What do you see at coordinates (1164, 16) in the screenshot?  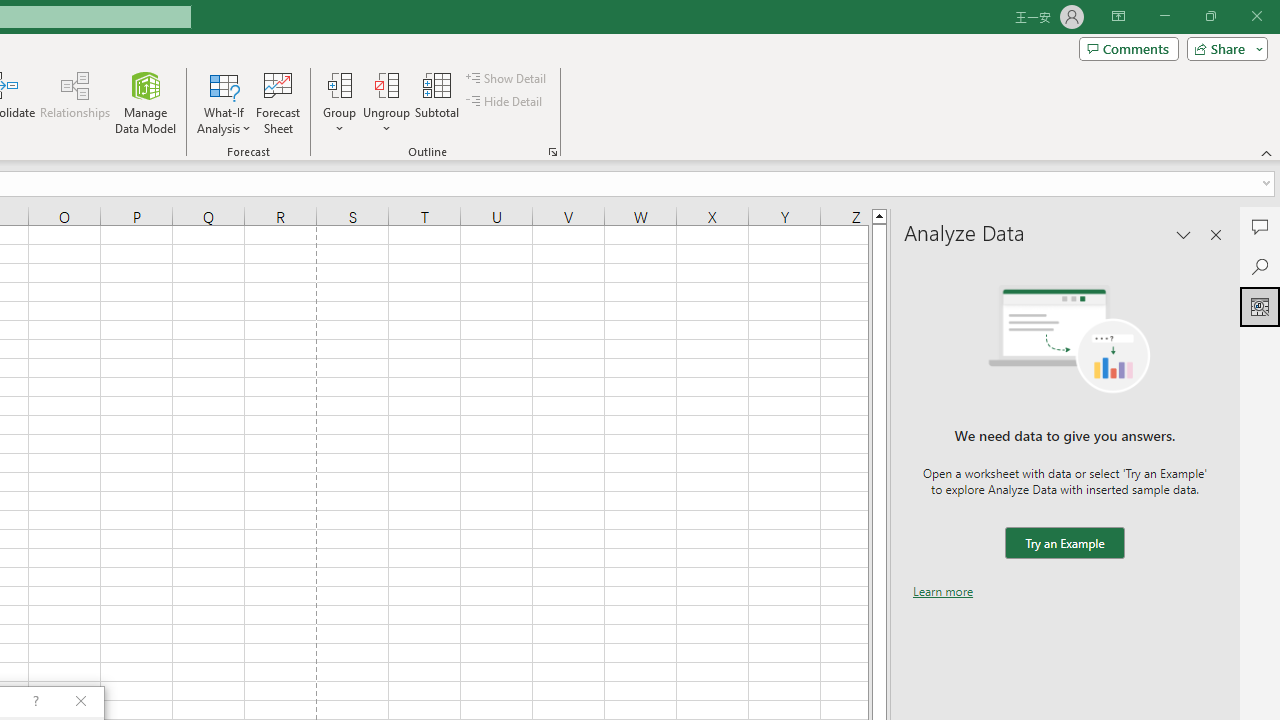 I see `'Minimize'` at bounding box center [1164, 16].